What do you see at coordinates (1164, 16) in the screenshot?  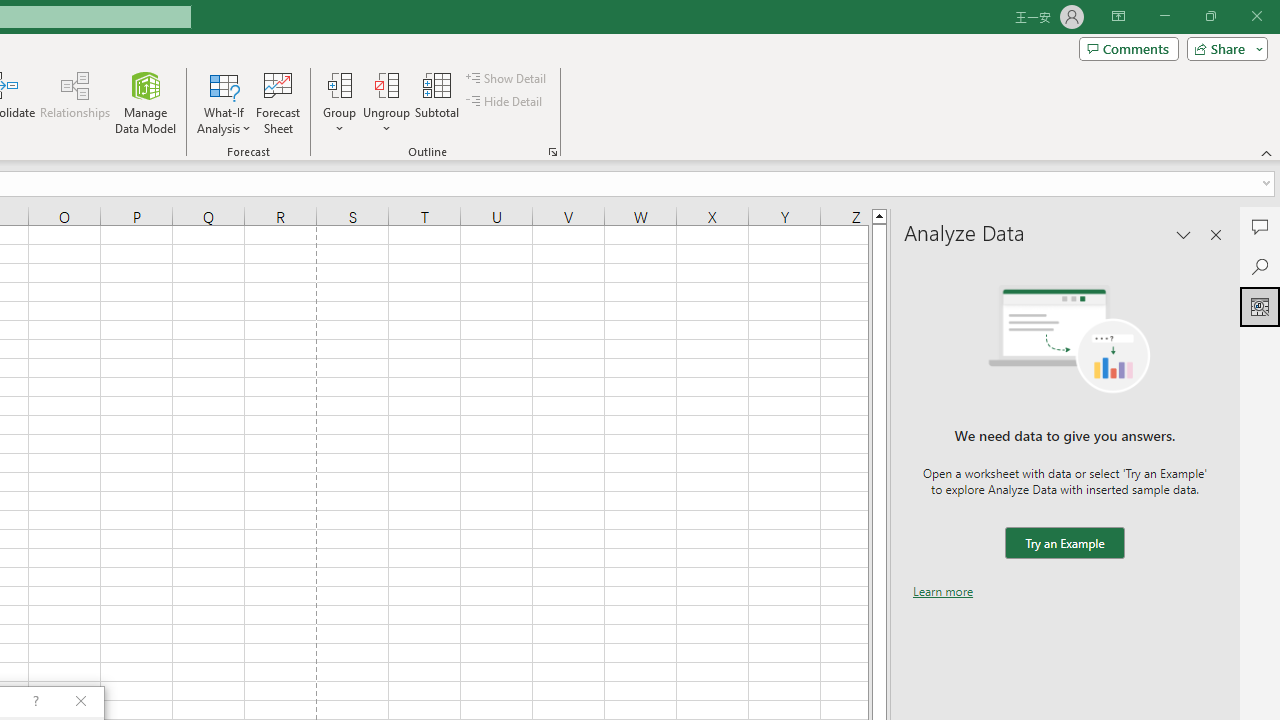 I see `'Minimize'` at bounding box center [1164, 16].